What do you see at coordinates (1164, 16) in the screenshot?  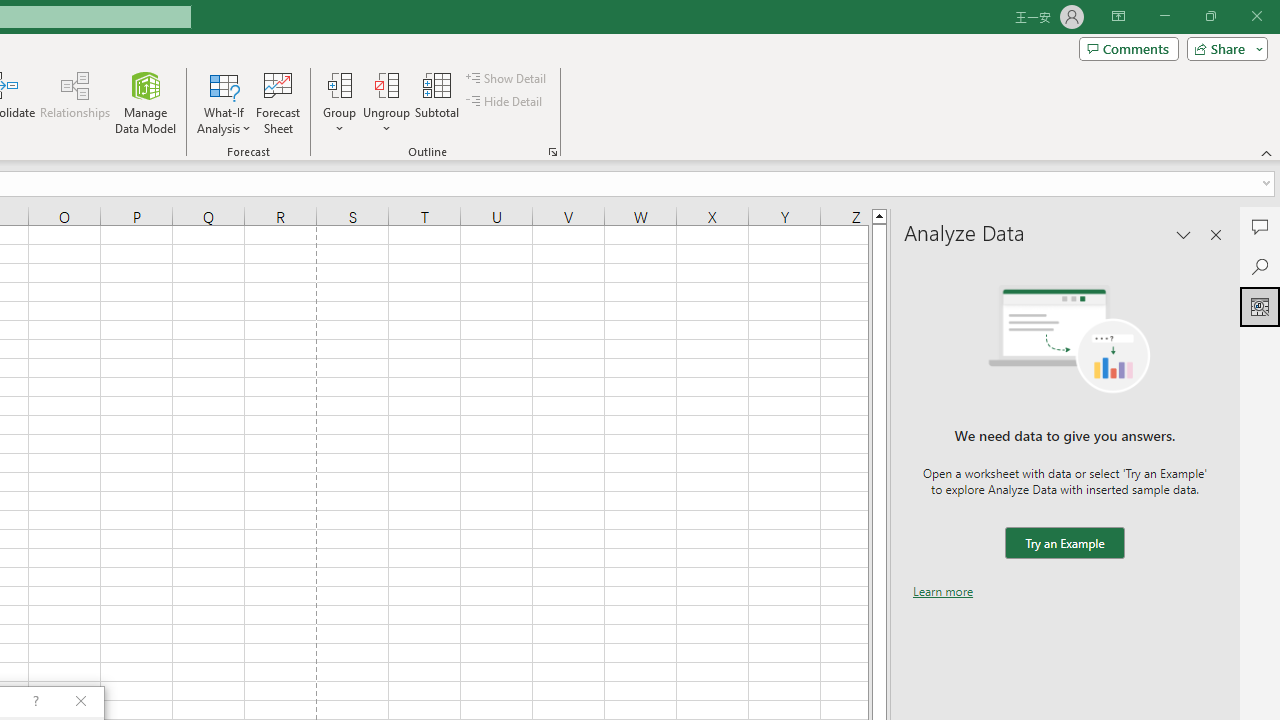 I see `'Minimize'` at bounding box center [1164, 16].